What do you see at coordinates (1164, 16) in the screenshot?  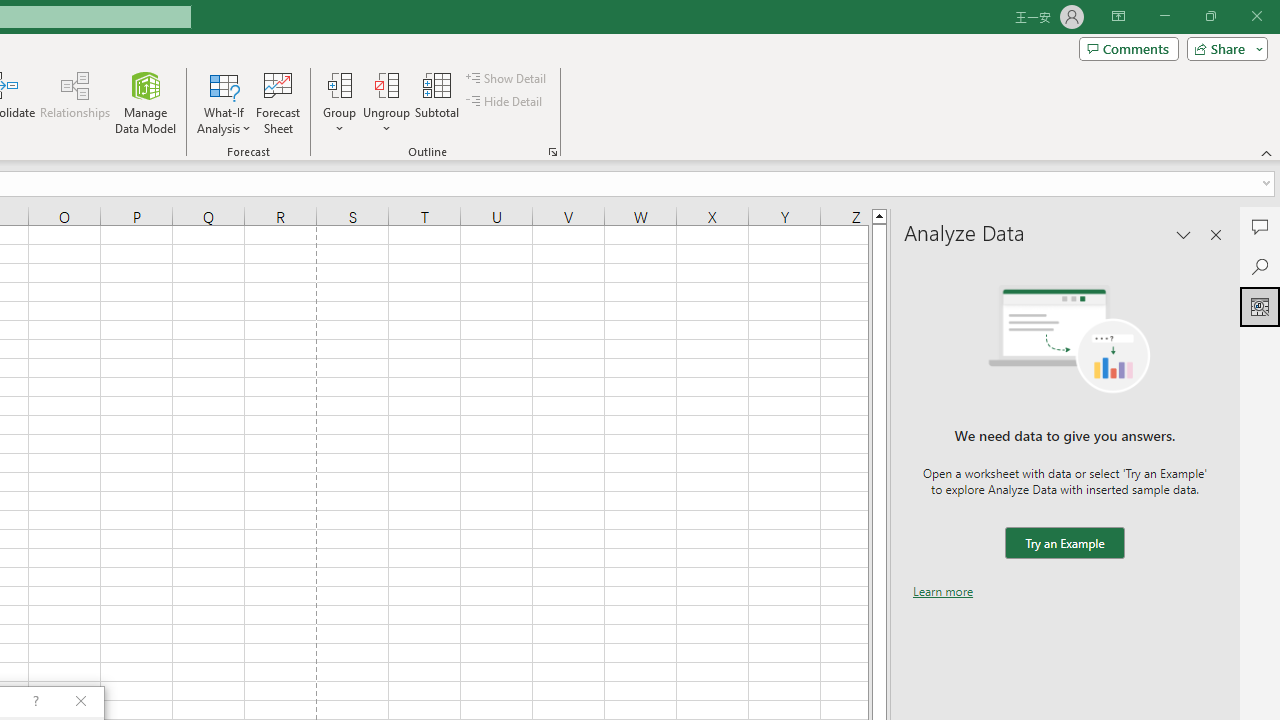 I see `'Minimize'` at bounding box center [1164, 16].